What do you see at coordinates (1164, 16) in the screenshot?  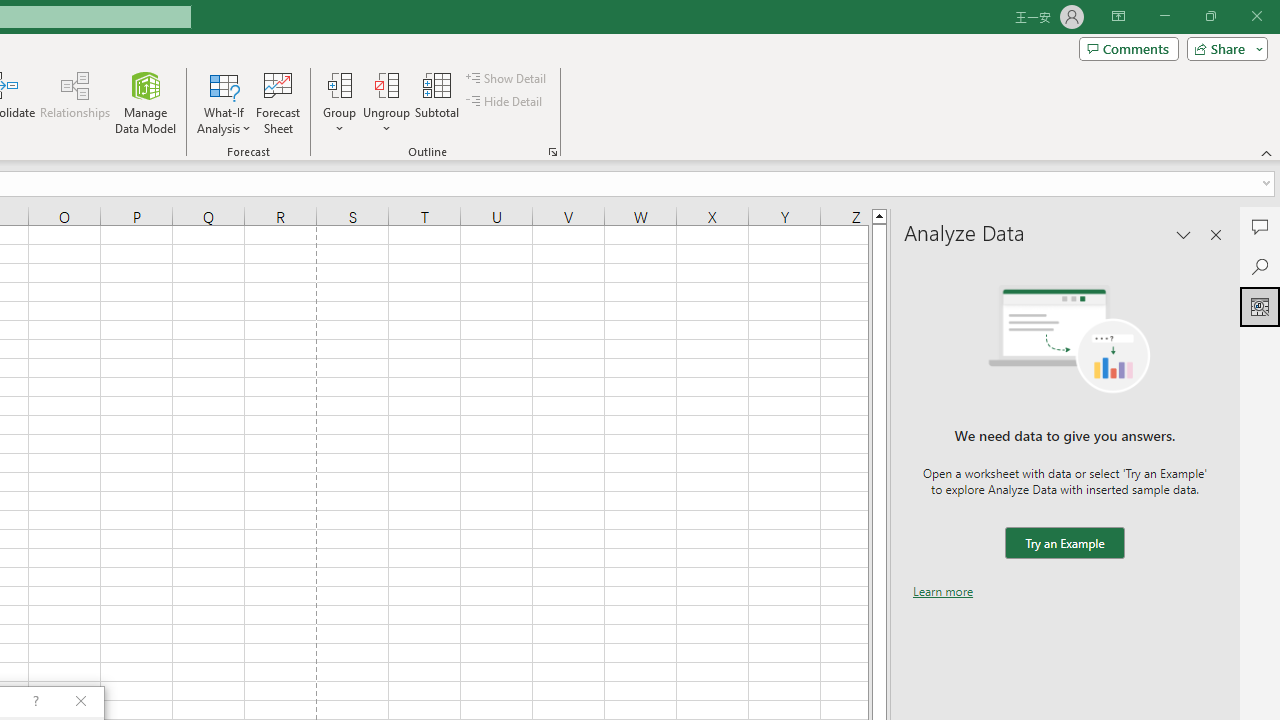 I see `'Minimize'` at bounding box center [1164, 16].